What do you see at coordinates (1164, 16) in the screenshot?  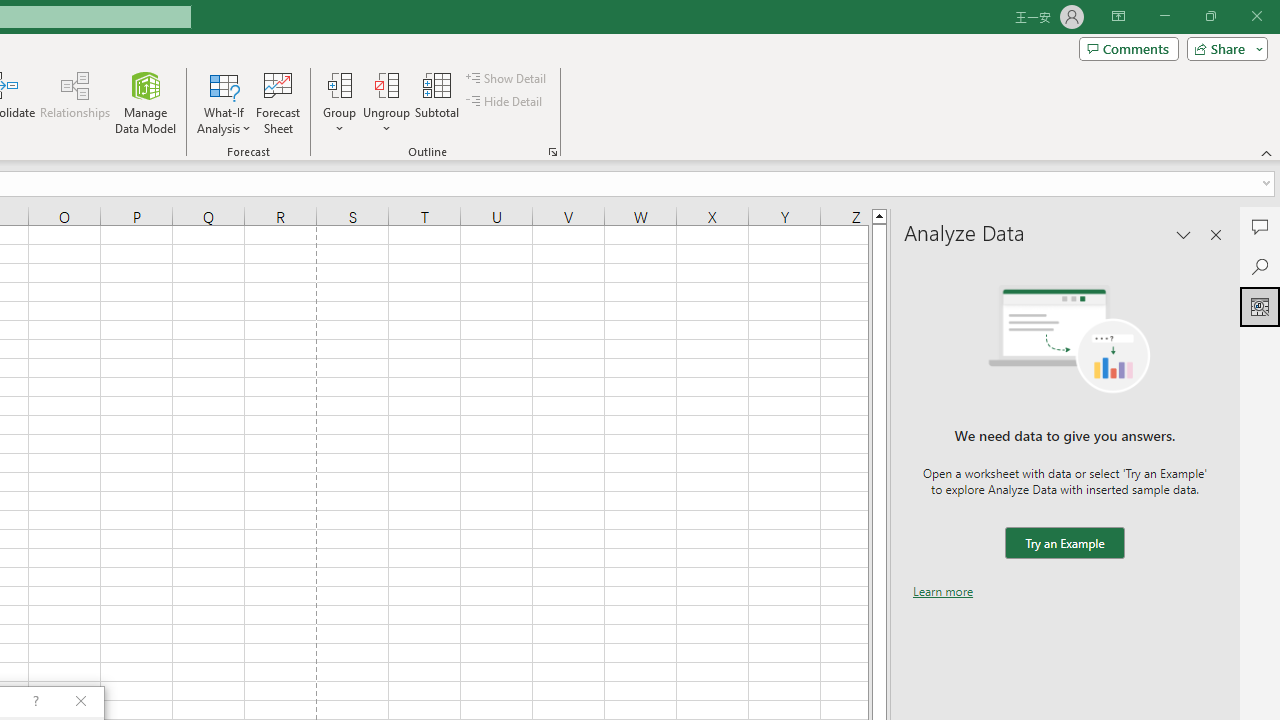 I see `'Minimize'` at bounding box center [1164, 16].